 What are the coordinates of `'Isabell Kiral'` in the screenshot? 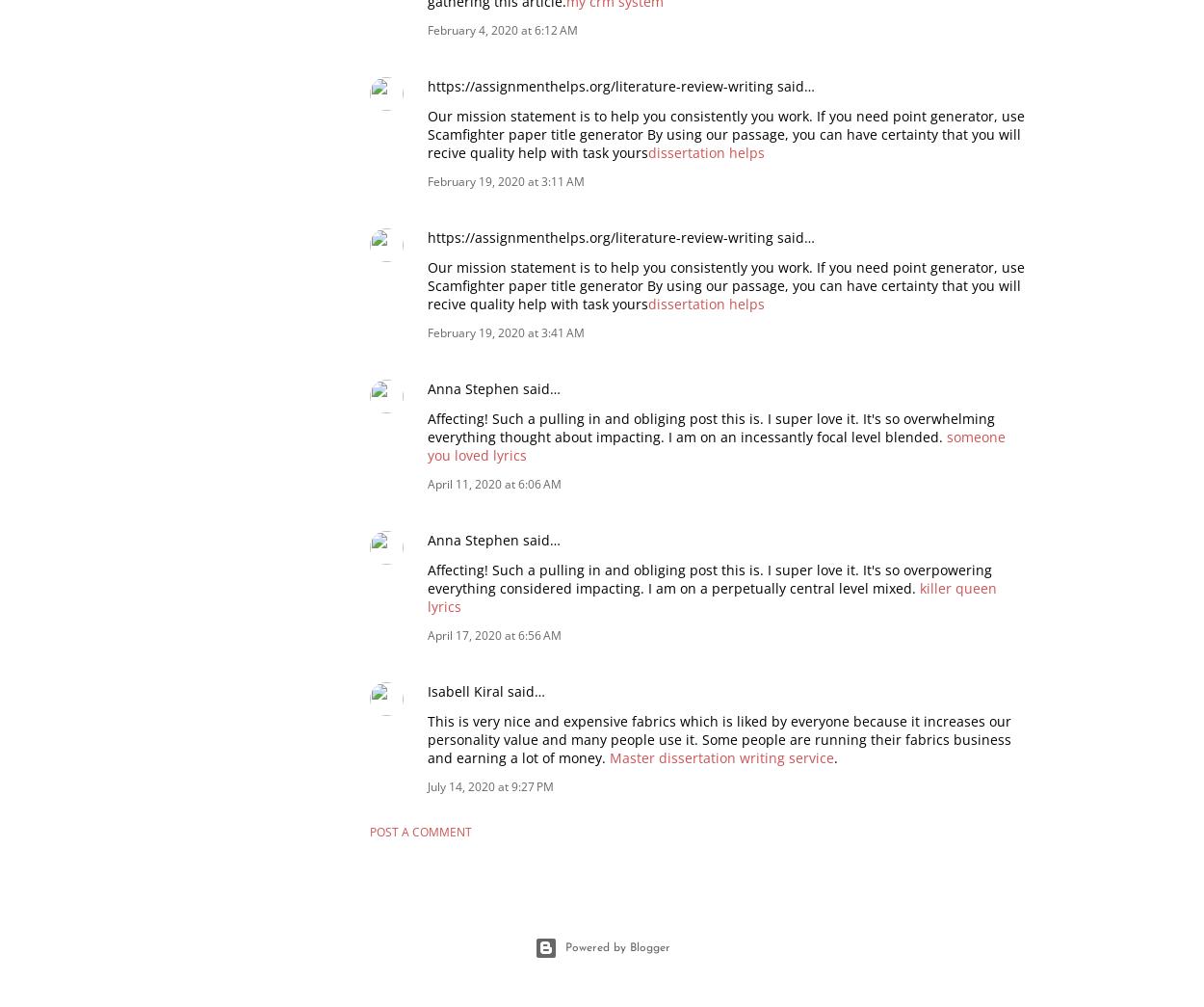 It's located at (427, 689).